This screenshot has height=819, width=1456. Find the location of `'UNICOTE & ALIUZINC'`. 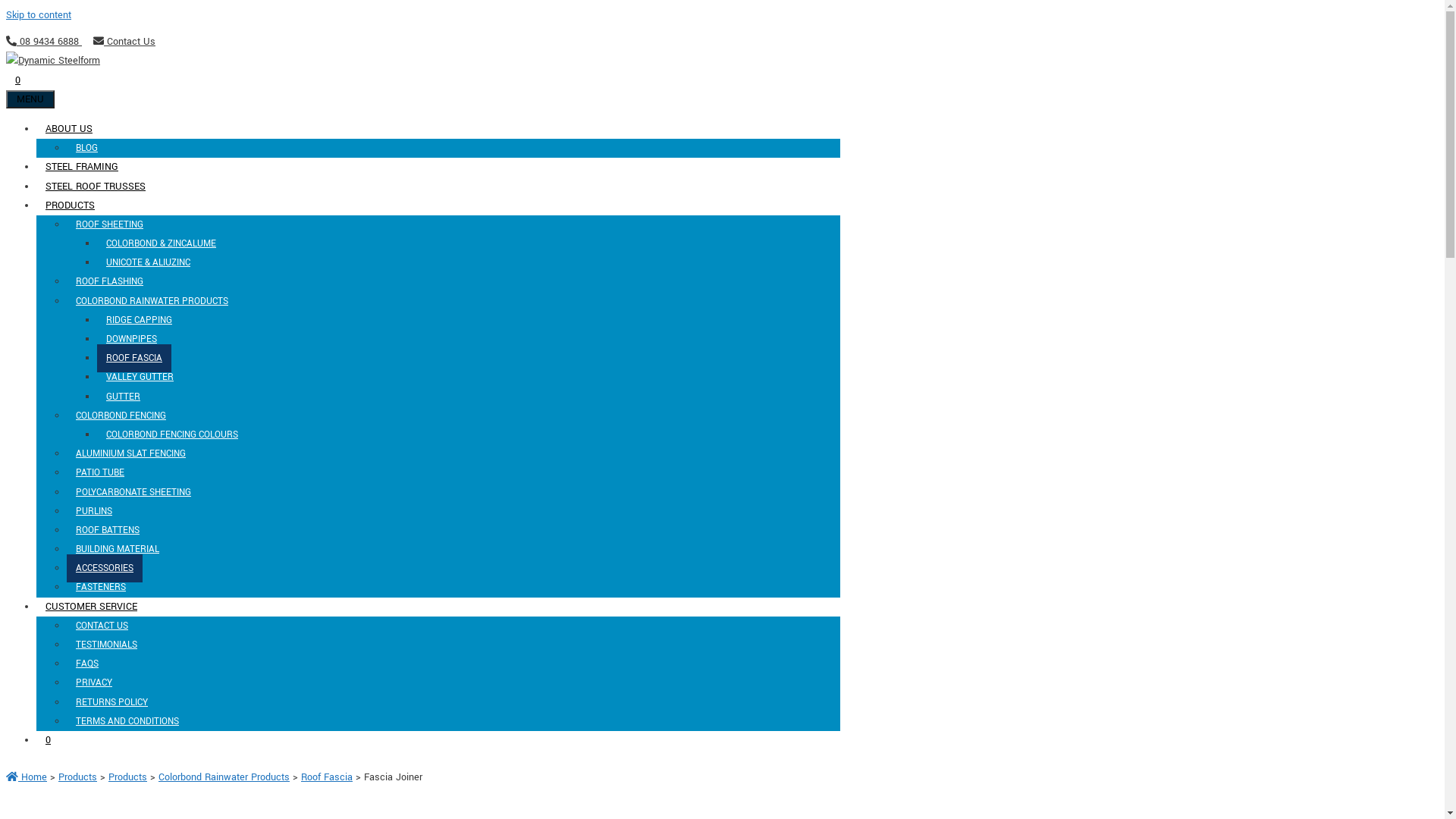

'UNICOTE & ALIUZINC' is located at coordinates (148, 262).